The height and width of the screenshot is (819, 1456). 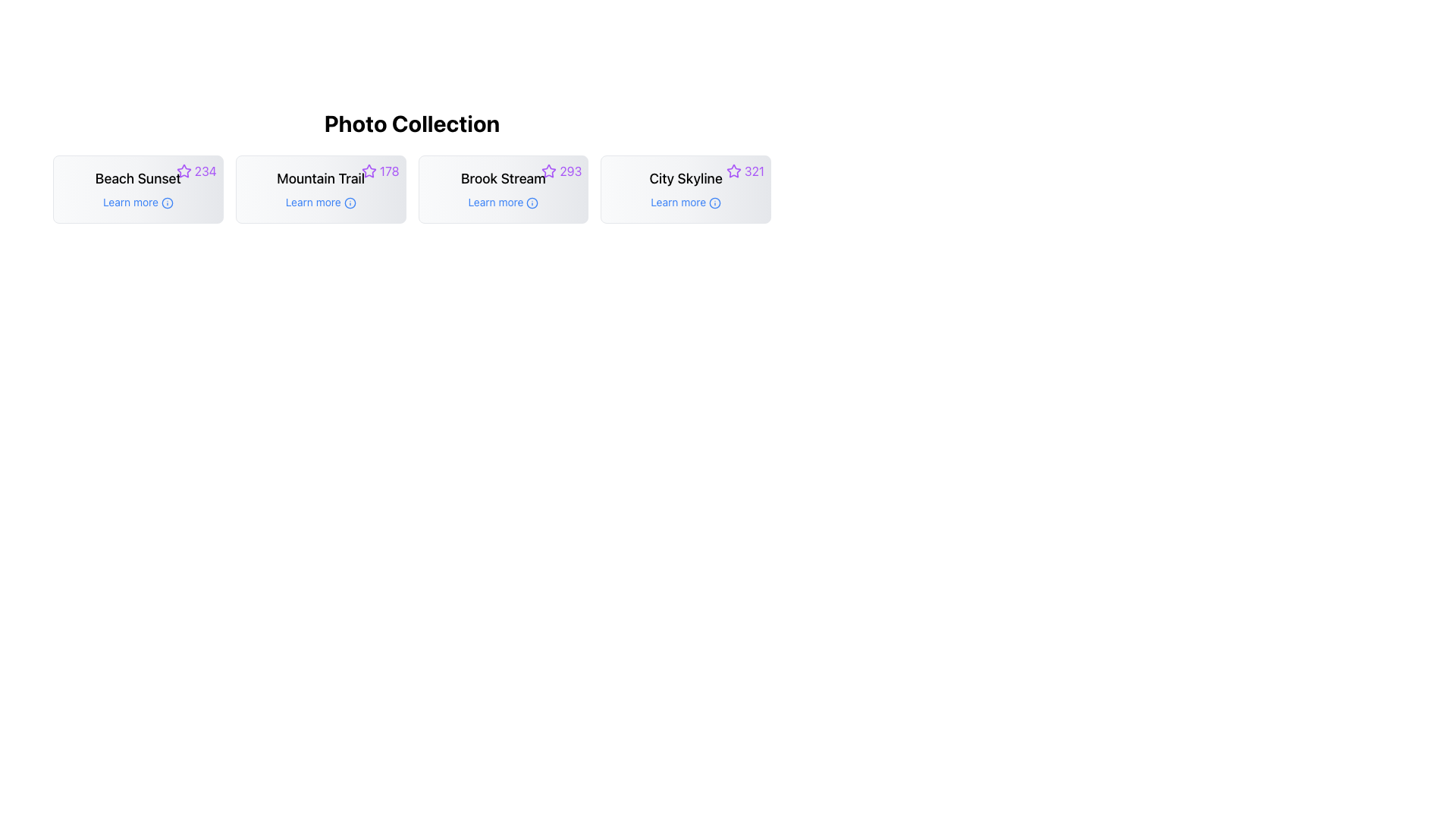 I want to click on the 'Learn more' hyperlink located below the 'City Skyline' title in the lower portion of the 'City Skyline' card, so click(x=685, y=201).